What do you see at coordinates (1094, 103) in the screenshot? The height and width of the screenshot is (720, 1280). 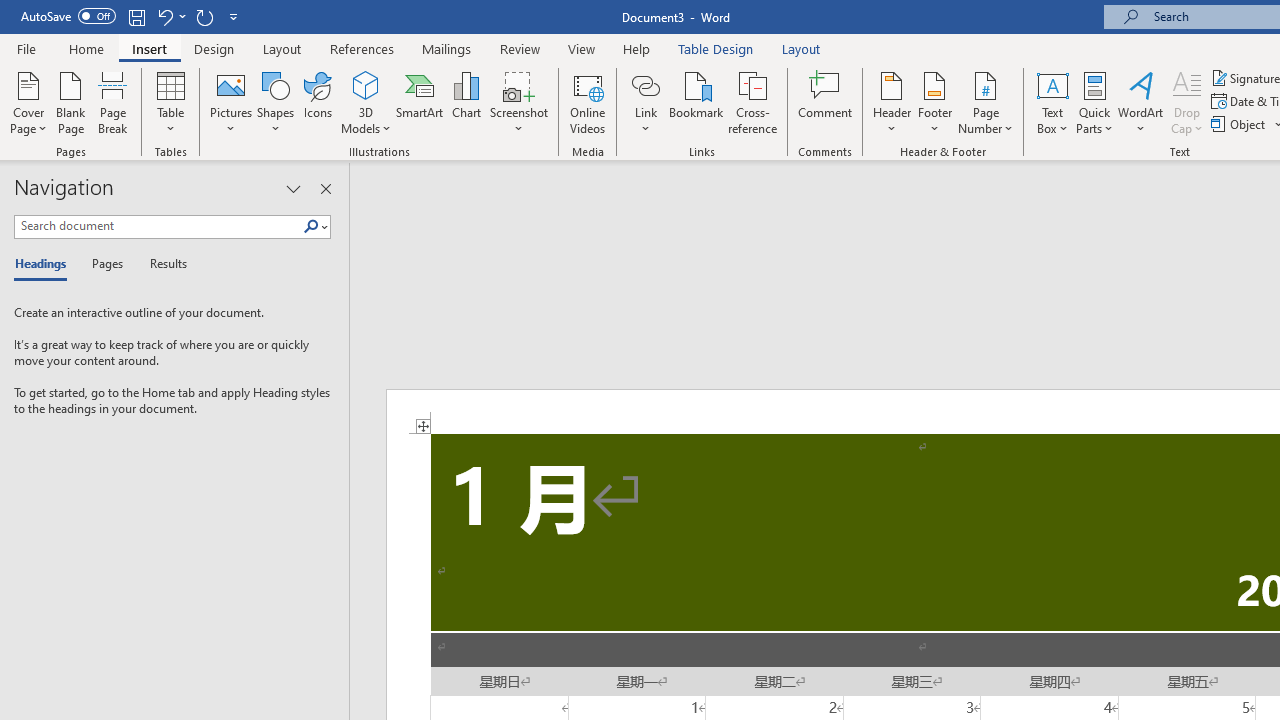 I see `'Quick Parts'` at bounding box center [1094, 103].